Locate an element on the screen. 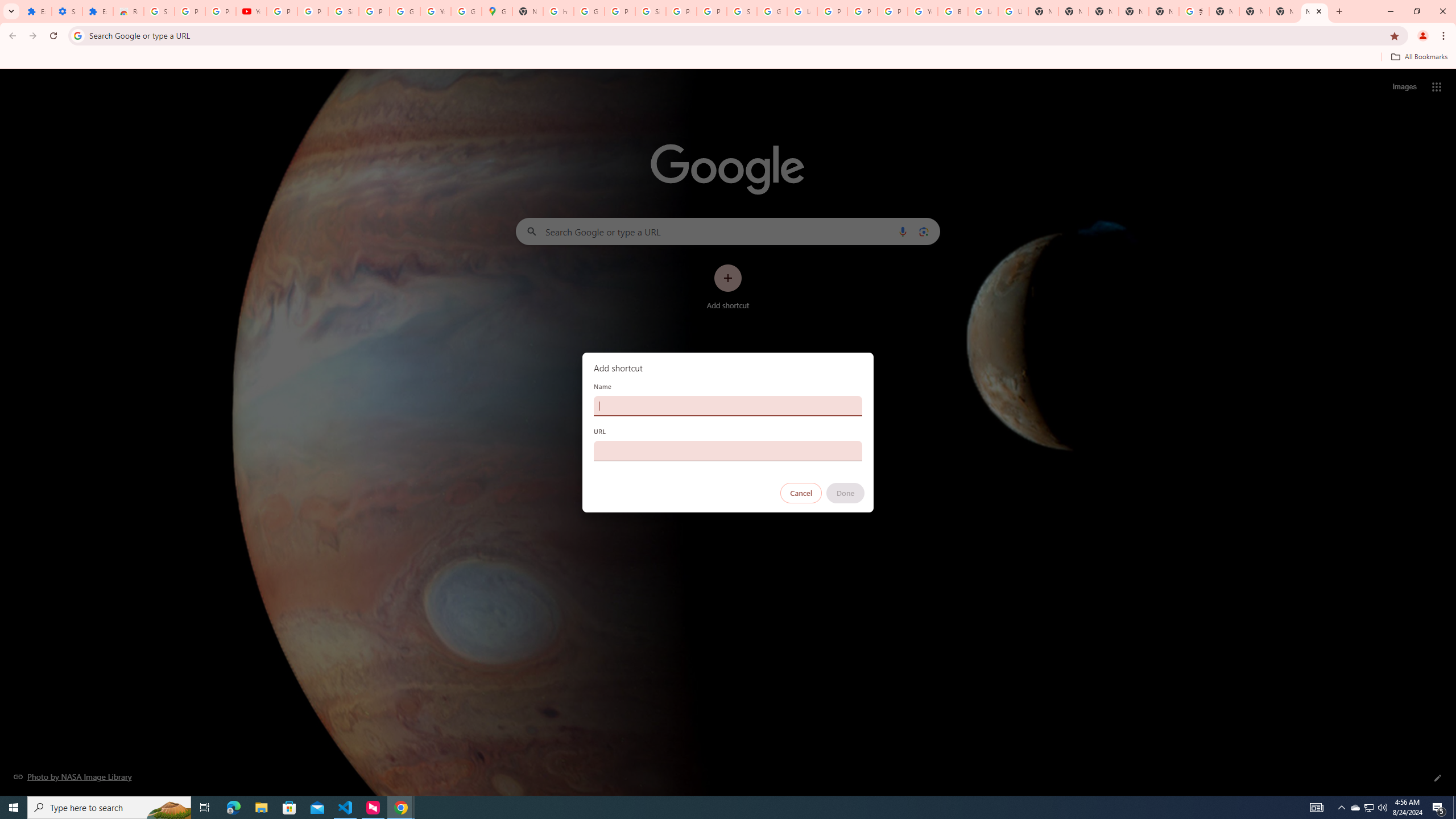  'URL' is located at coordinates (728, 450).